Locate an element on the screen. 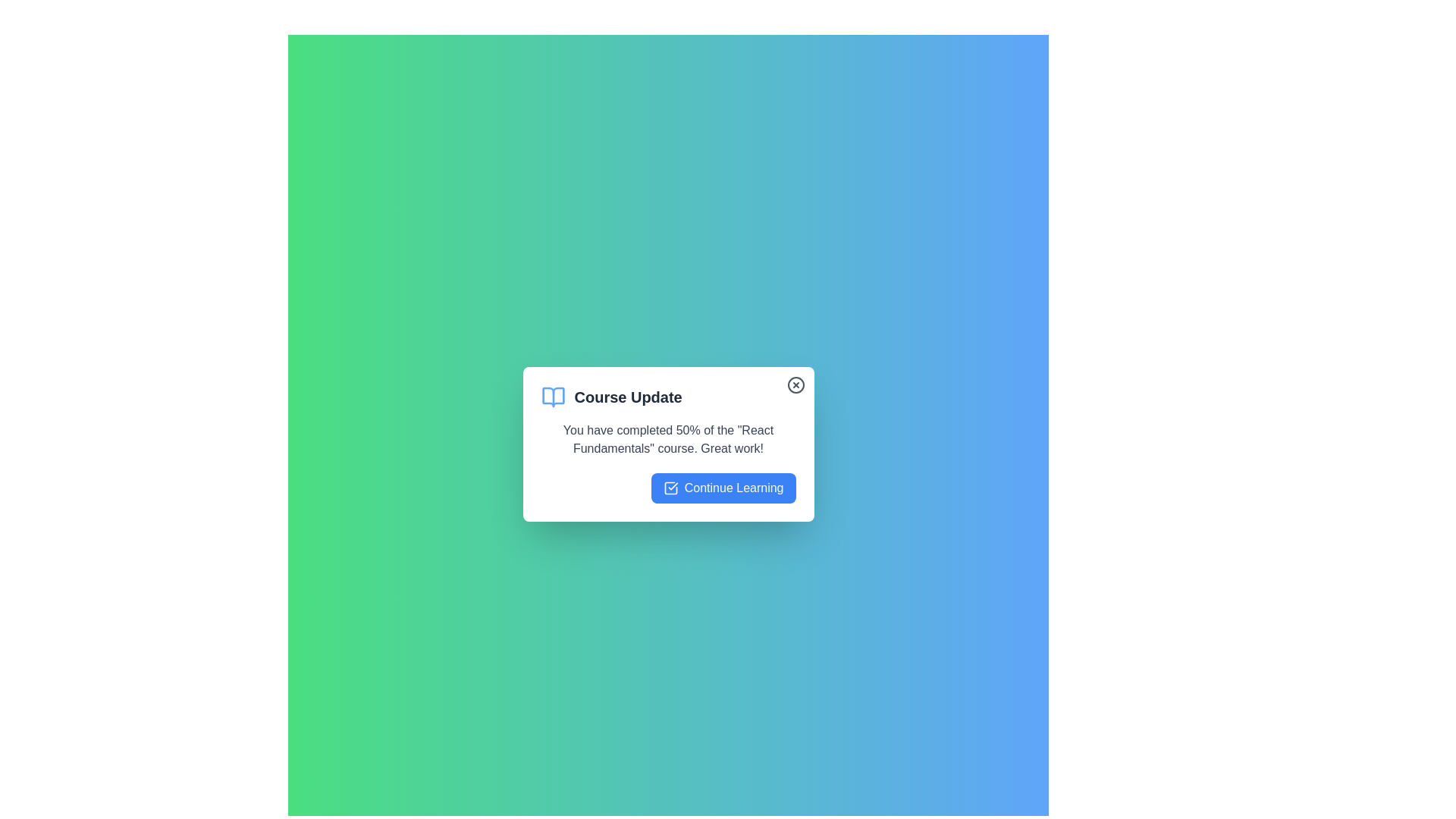 Image resolution: width=1456 pixels, height=819 pixels. text from the topmost text header within the white notification card, which serves as the title indicating the subject or purpose of the notification is located at coordinates (667, 397).